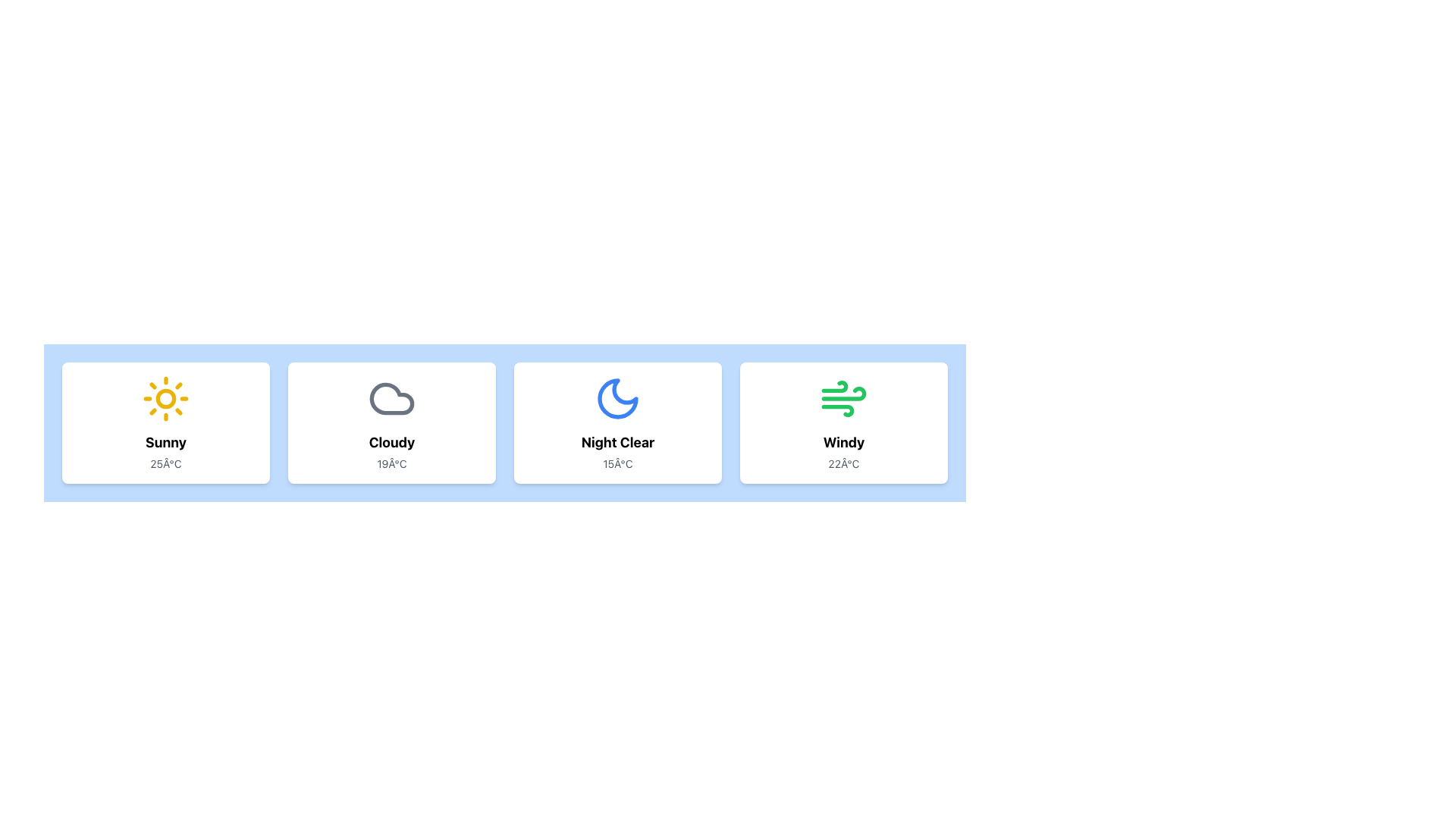  I want to click on the static text display that shows the weather condition 'Sunny', which is located below the yellow sun icon and above the temperature indication '25°C', so click(166, 442).